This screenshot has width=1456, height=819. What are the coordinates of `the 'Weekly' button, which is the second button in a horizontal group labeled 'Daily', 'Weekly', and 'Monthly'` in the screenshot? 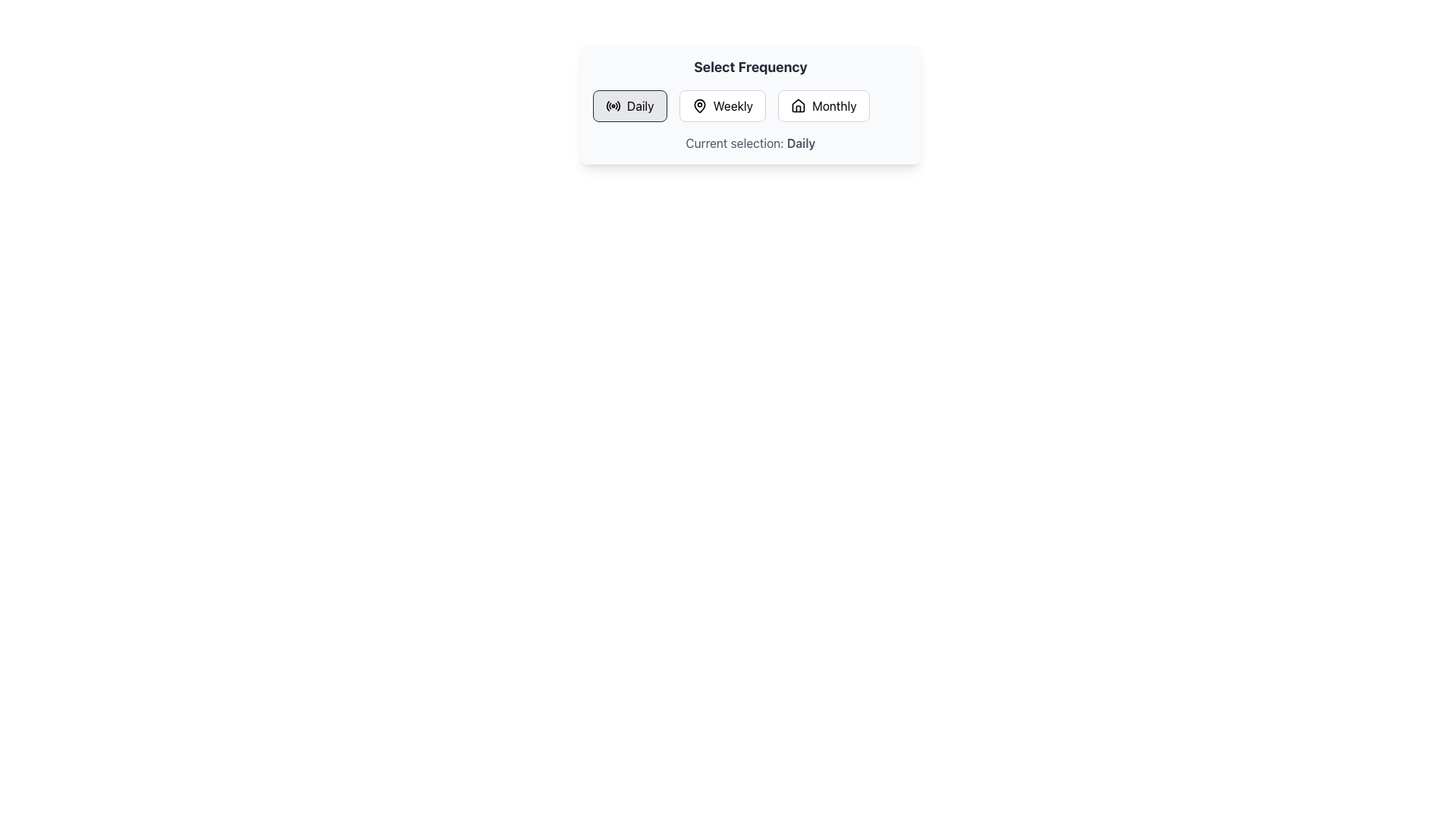 It's located at (721, 105).